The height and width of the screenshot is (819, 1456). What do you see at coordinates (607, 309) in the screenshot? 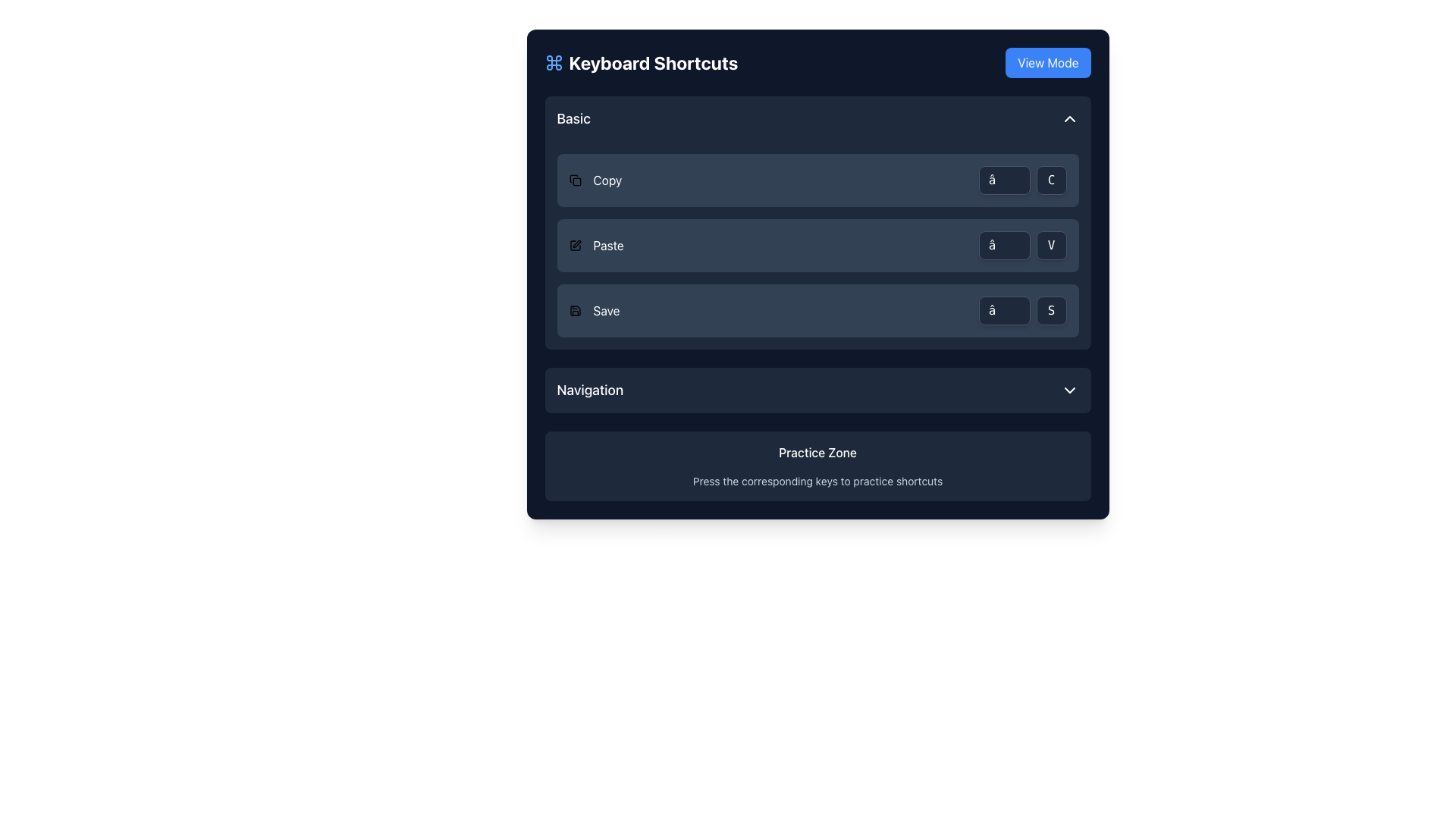
I see `the 'Save' text label within the 'Basic' section of the 'Keyboard Shortcuts' interface, which is styled with white text on a dark blue card layout` at bounding box center [607, 309].